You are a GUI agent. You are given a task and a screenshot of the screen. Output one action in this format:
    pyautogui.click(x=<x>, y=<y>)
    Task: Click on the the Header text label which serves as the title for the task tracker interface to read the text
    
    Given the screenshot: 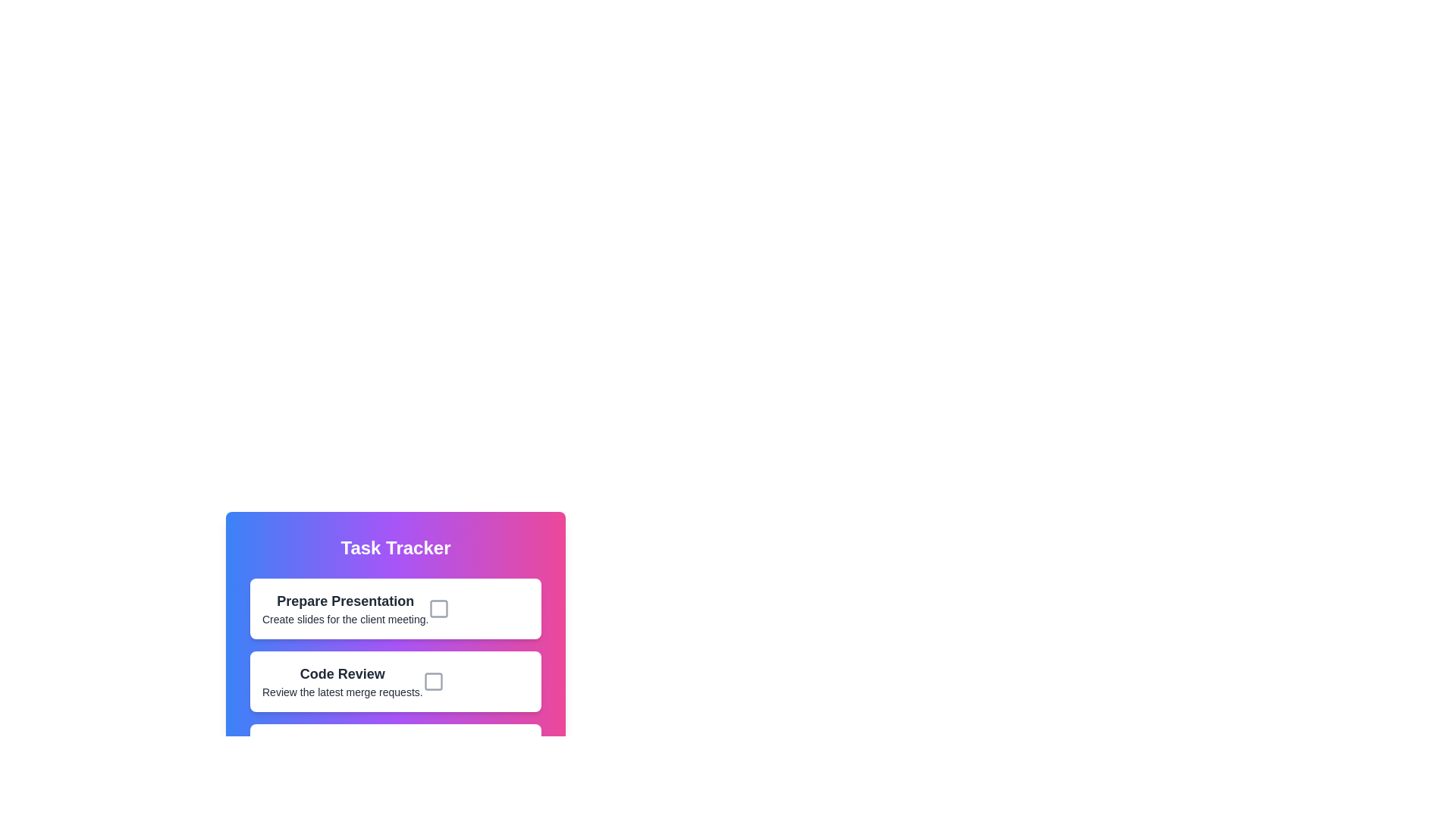 What is the action you would take?
    pyautogui.click(x=396, y=548)
    